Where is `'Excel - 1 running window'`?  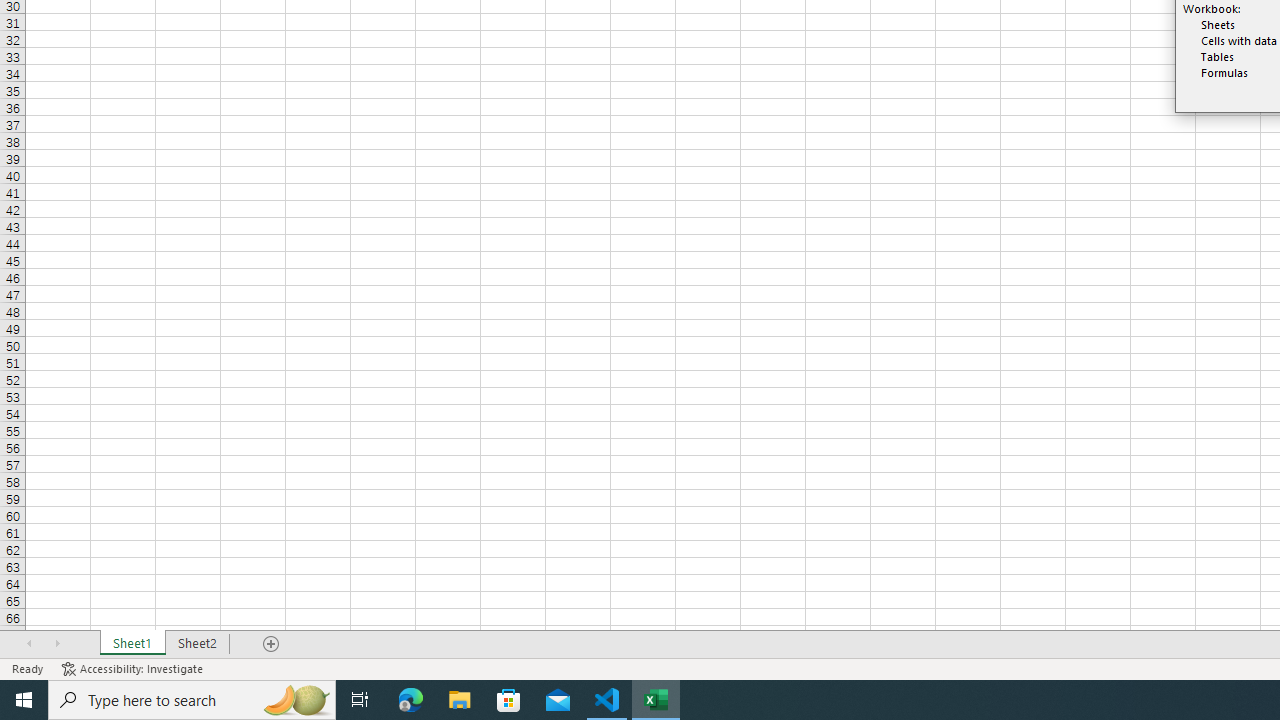
'Excel - 1 running window' is located at coordinates (656, 698).